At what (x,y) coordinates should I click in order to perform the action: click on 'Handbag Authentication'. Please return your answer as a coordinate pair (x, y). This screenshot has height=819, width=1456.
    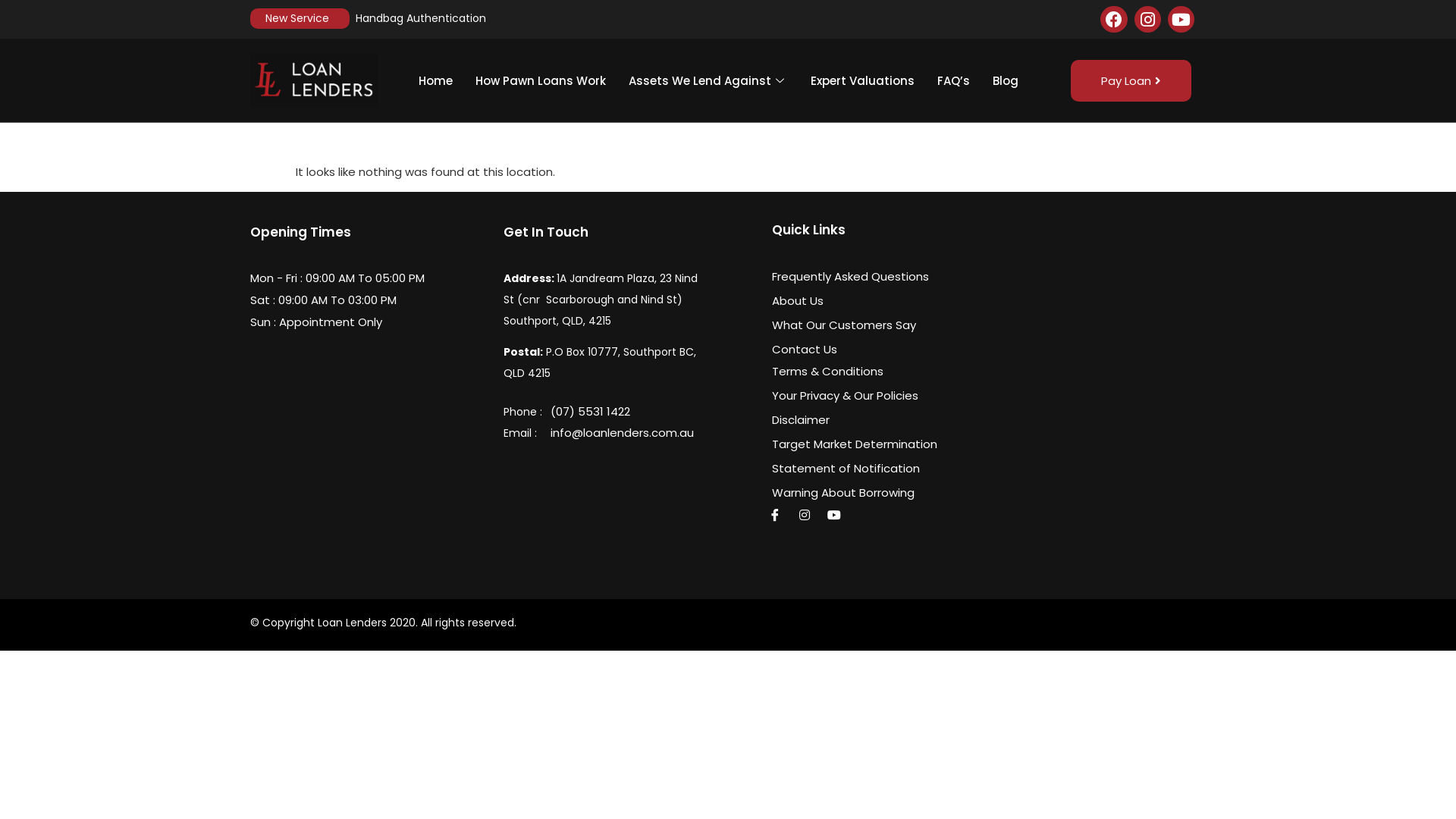
    Looking at the image, I should click on (355, 17).